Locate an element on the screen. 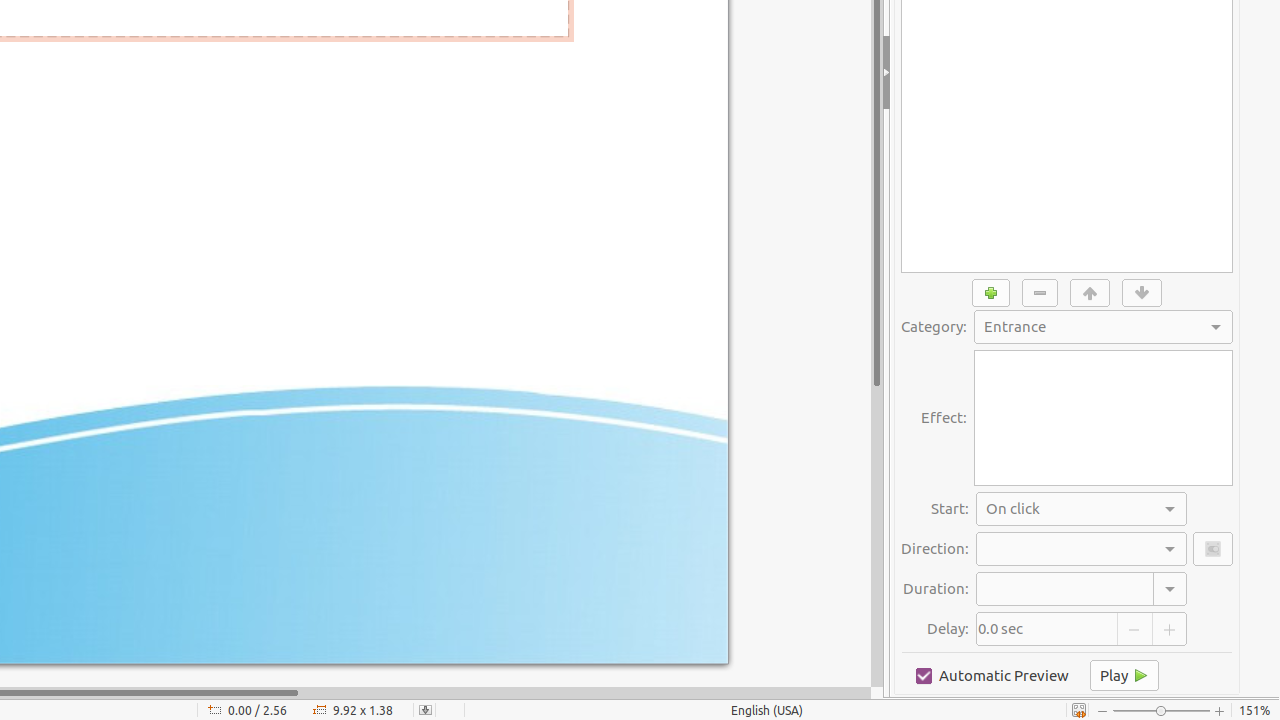 The width and height of the screenshot is (1280, 720). 'Move Up' is located at coordinates (1089, 292).